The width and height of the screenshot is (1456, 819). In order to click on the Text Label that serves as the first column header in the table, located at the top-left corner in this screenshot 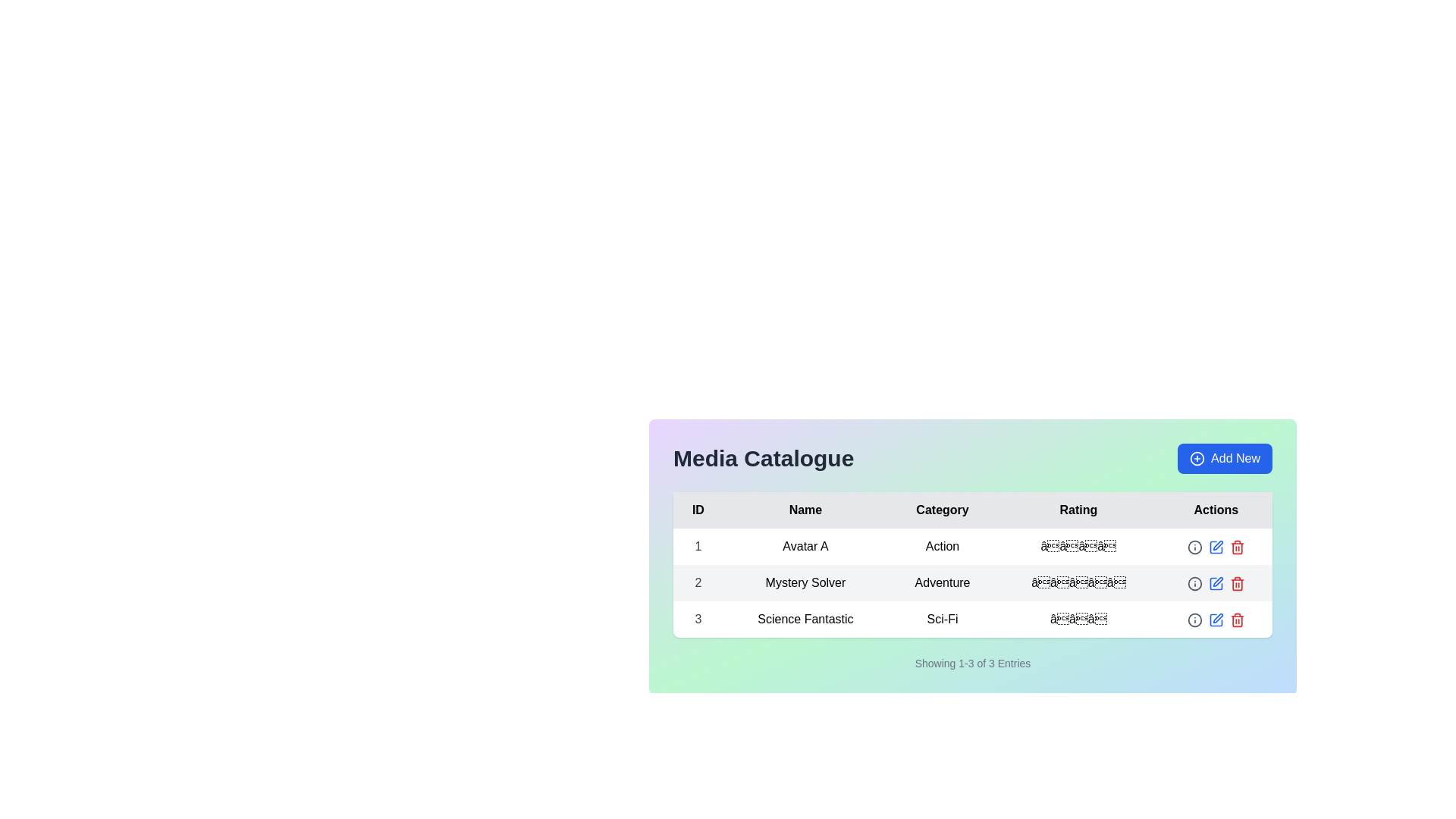, I will do `click(698, 510)`.